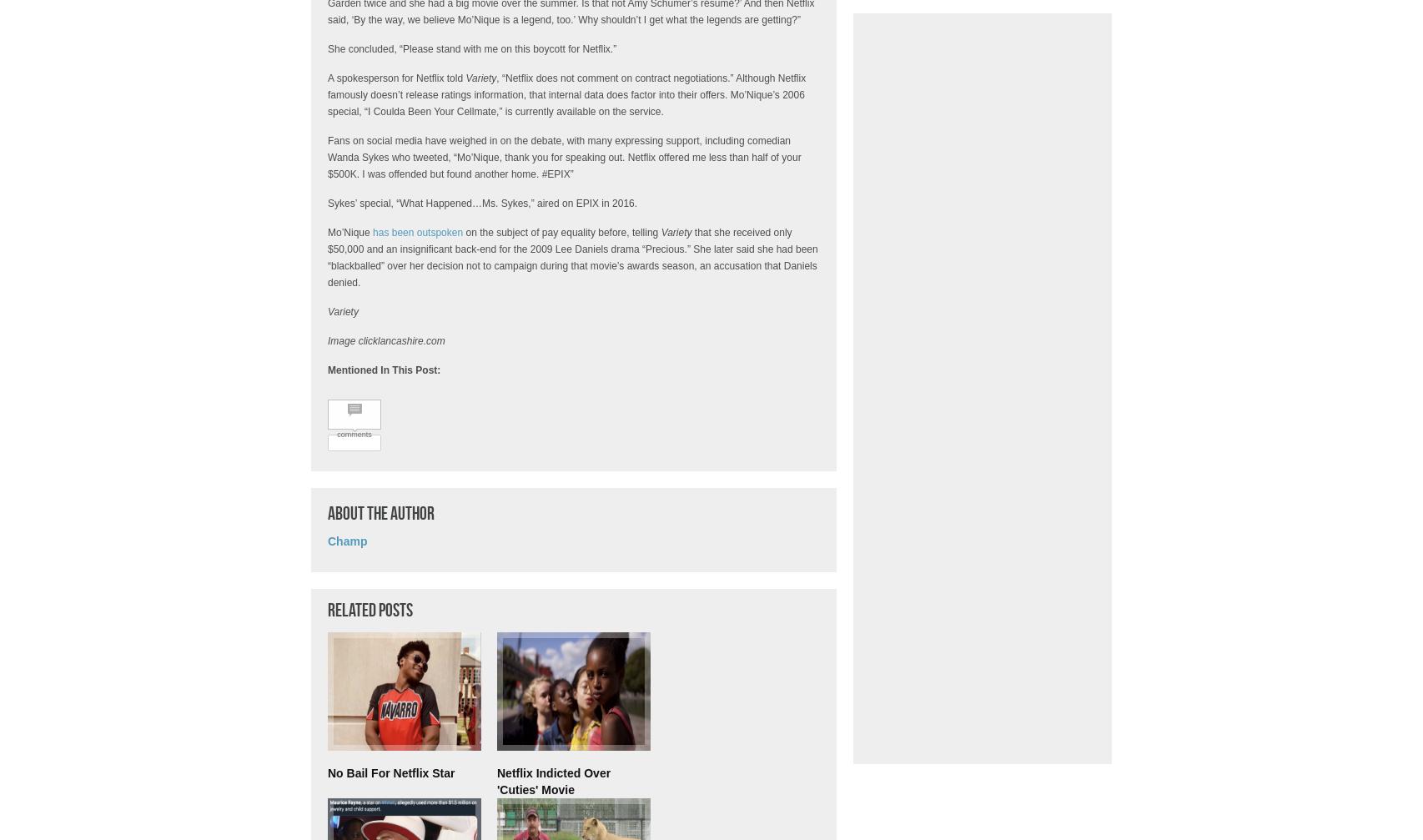 The height and width of the screenshot is (840, 1423). Describe the element at coordinates (471, 49) in the screenshot. I see `'She concluded, “Please stand with me on this boycott for Netflix.”'` at that location.